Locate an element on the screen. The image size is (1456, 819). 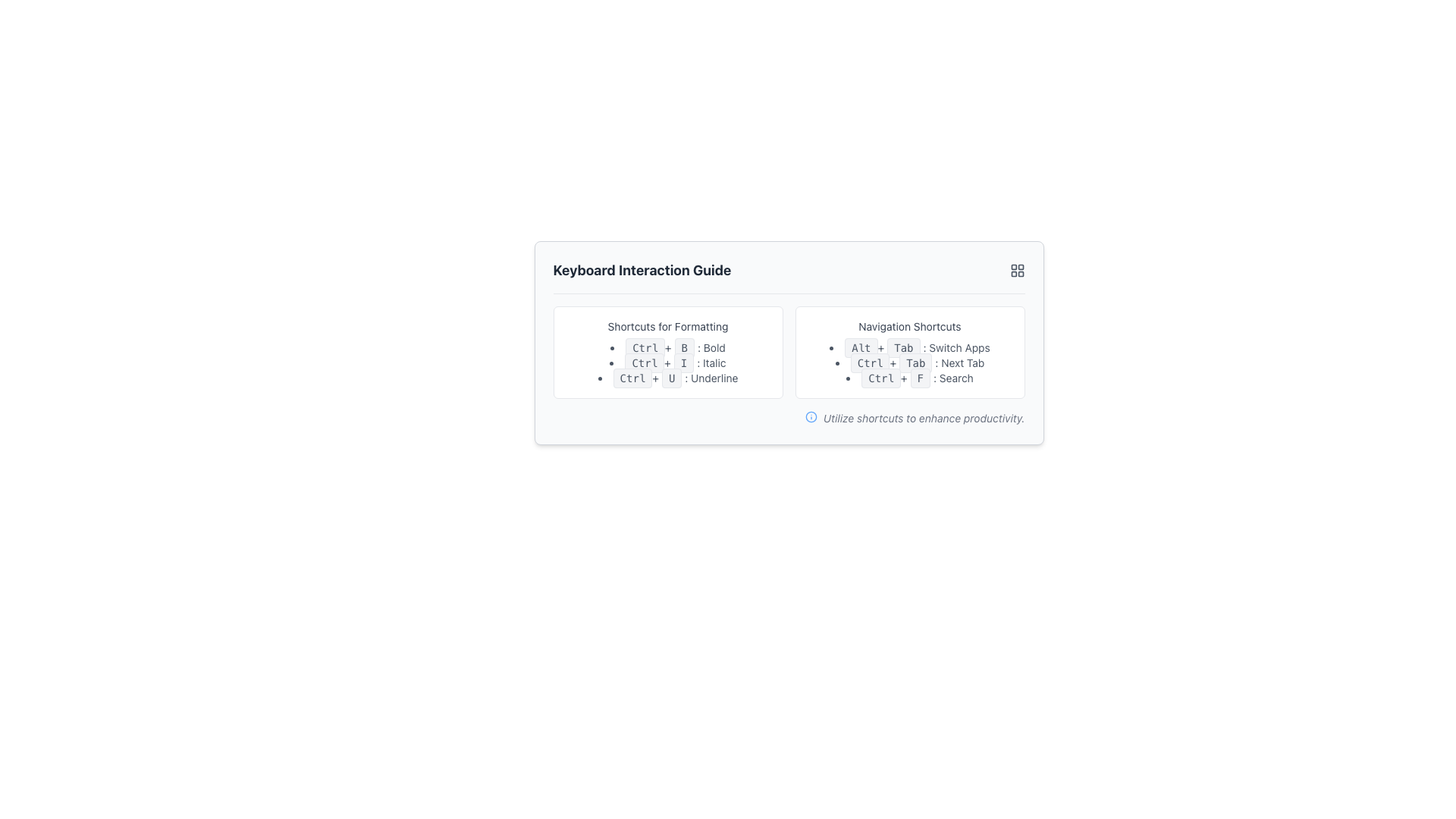
the informational Text List that provides formatting shortcuts for bold, italic, and underline text styles, located within the 'Shortcuts for Formatting' section is located at coordinates (667, 362).